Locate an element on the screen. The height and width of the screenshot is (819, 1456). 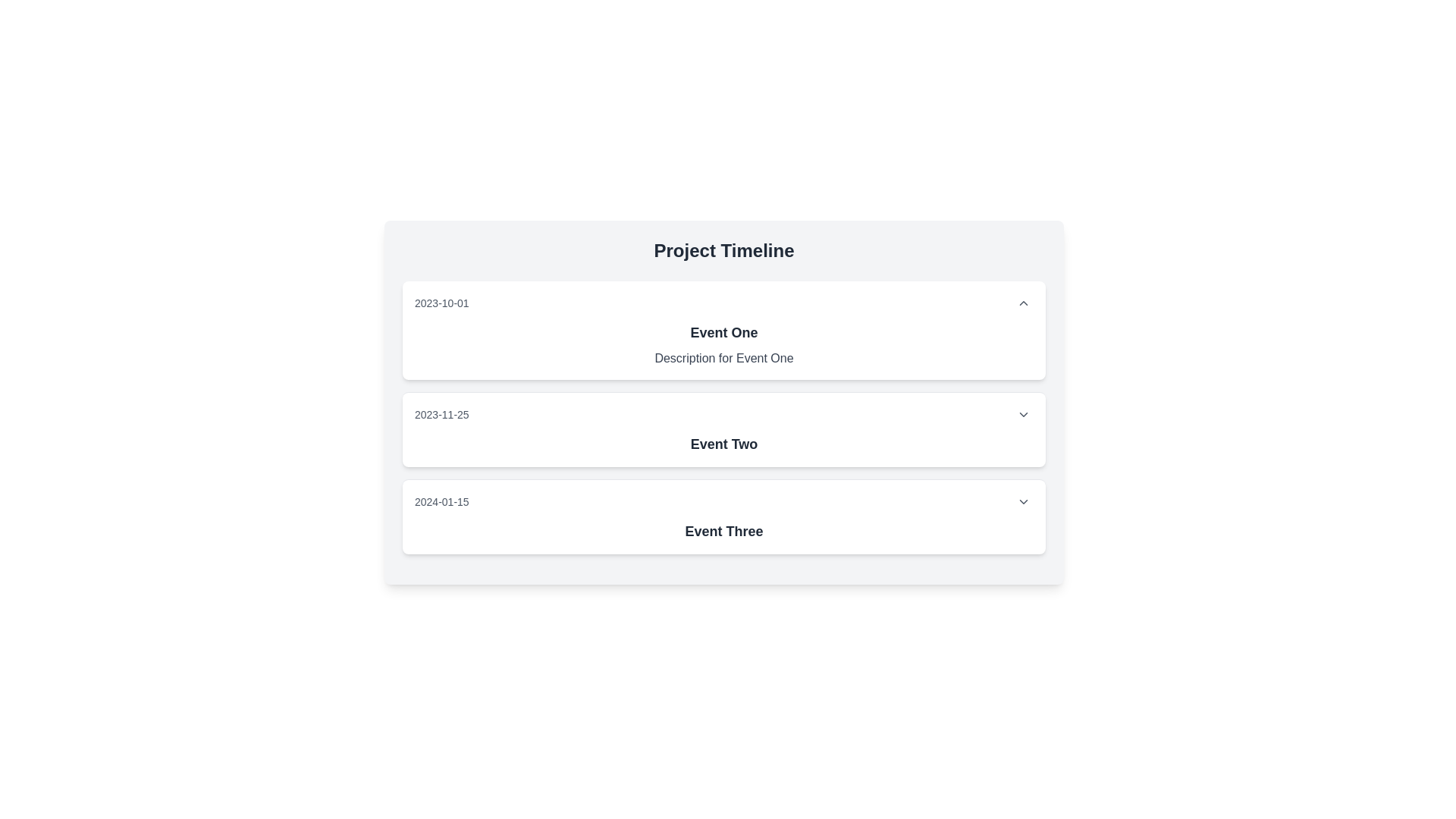
the second list item in the timeline component that provides details of a specific event, situated between 'Event One' and 'Event Three', to interact with the event if links are present is located at coordinates (723, 402).